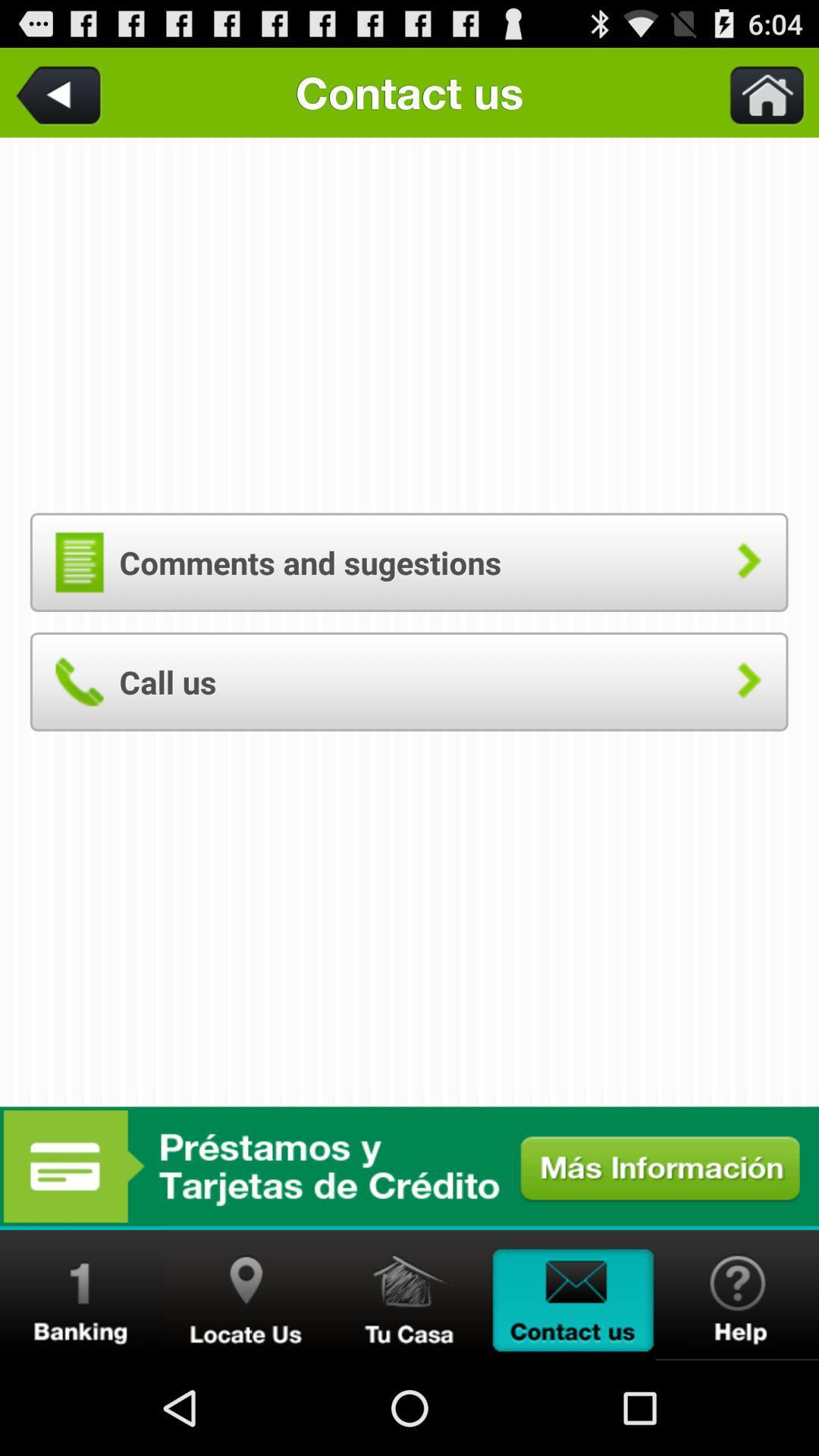 Image resolution: width=819 pixels, height=1456 pixels. What do you see at coordinates (573, 1386) in the screenshot?
I see `the email icon` at bounding box center [573, 1386].